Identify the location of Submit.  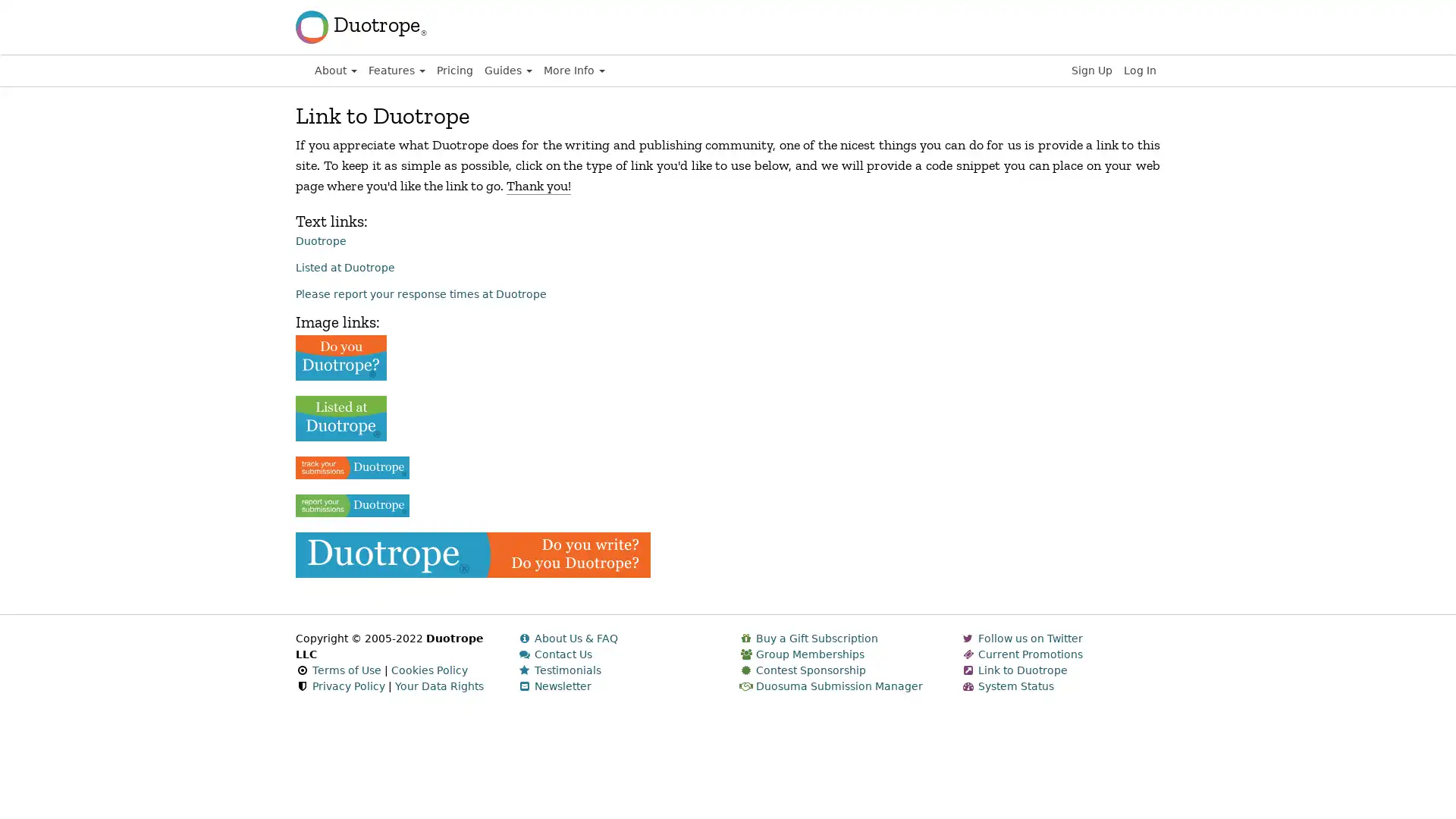
(472, 554).